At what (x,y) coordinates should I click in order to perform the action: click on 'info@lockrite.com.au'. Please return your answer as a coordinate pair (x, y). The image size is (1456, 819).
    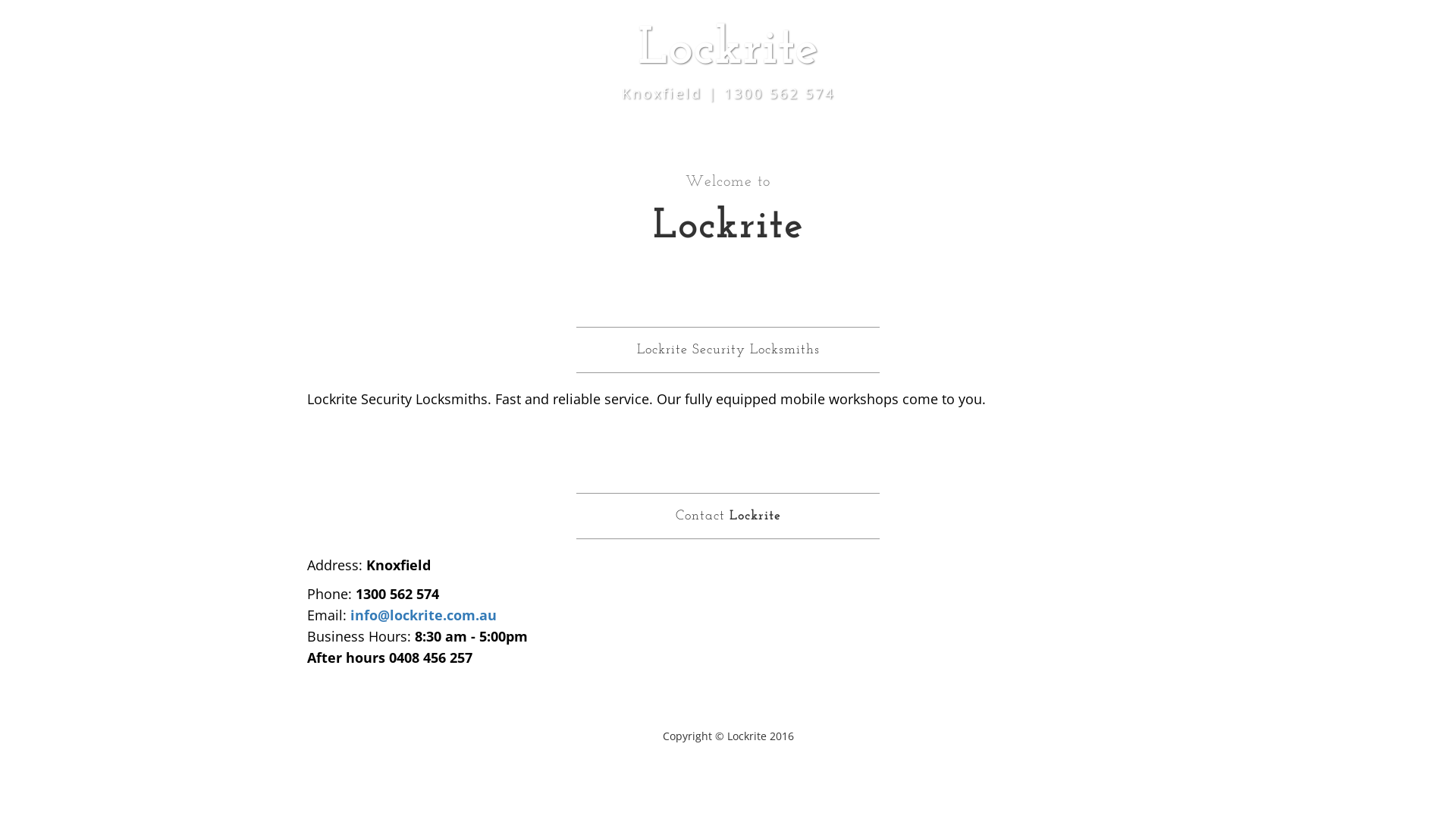
    Looking at the image, I should click on (423, 614).